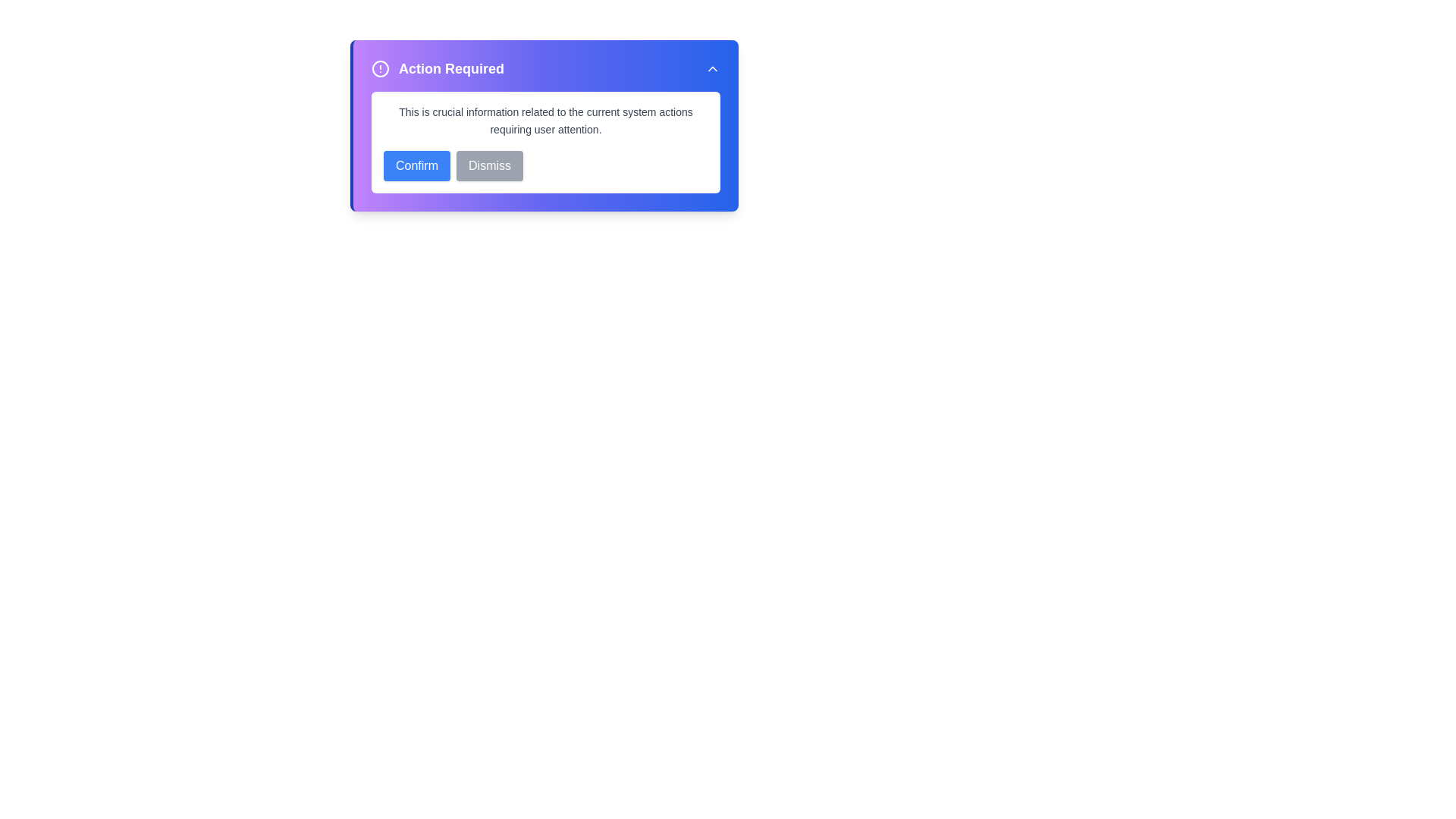 This screenshot has width=1456, height=819. I want to click on the 'Dismiss' button to disregard the information, so click(490, 166).